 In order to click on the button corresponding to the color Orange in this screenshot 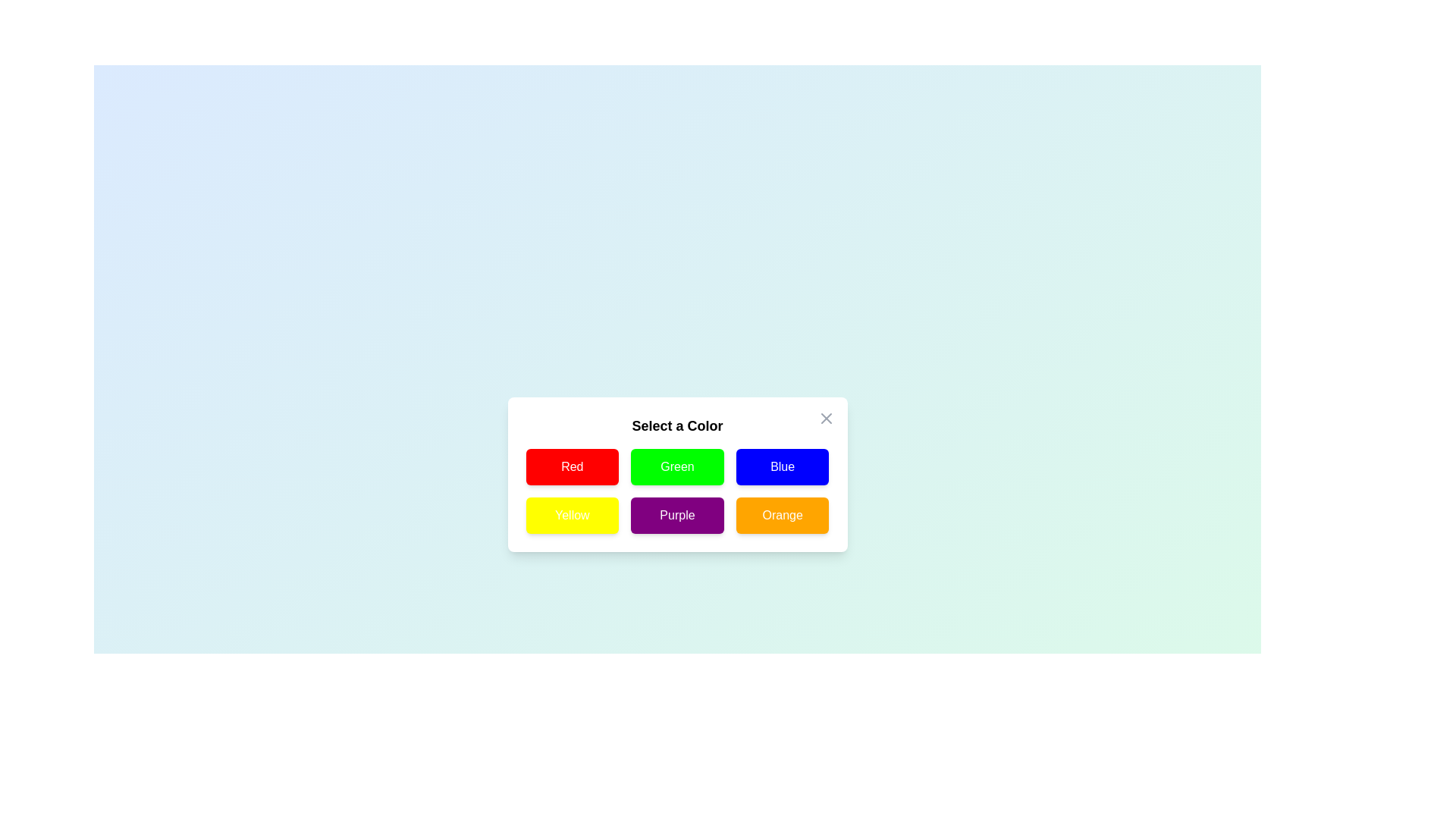, I will do `click(783, 514)`.